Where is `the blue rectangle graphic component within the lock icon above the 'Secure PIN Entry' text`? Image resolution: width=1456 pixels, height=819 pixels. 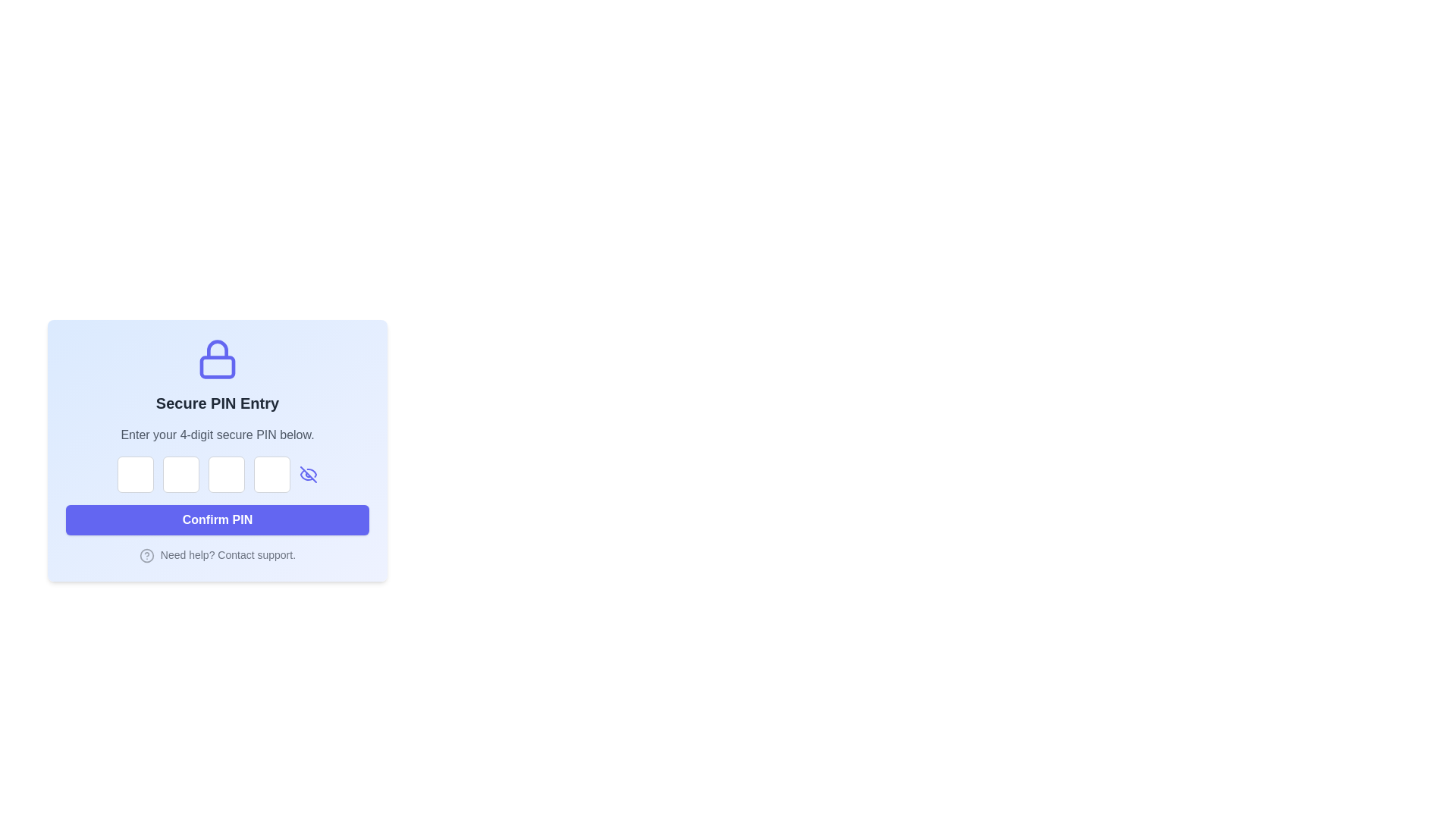
the blue rectangle graphic component within the lock icon above the 'Secure PIN Entry' text is located at coordinates (217, 367).